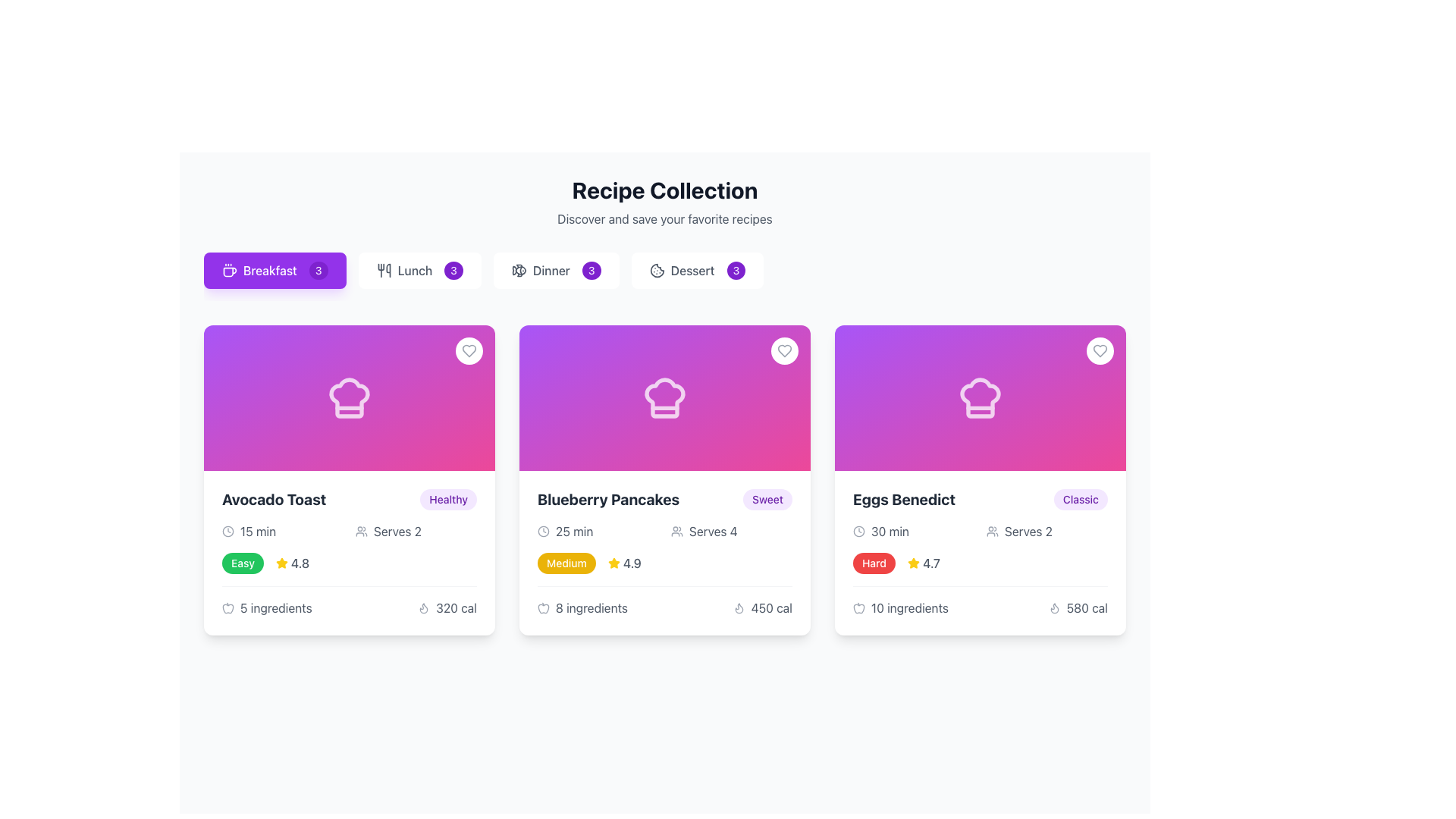  Describe the element at coordinates (692, 270) in the screenshot. I see `the text label that serves as a descriptor for a category related to desserts, positioned between a cookie icon and a badge with the number '3'` at that location.